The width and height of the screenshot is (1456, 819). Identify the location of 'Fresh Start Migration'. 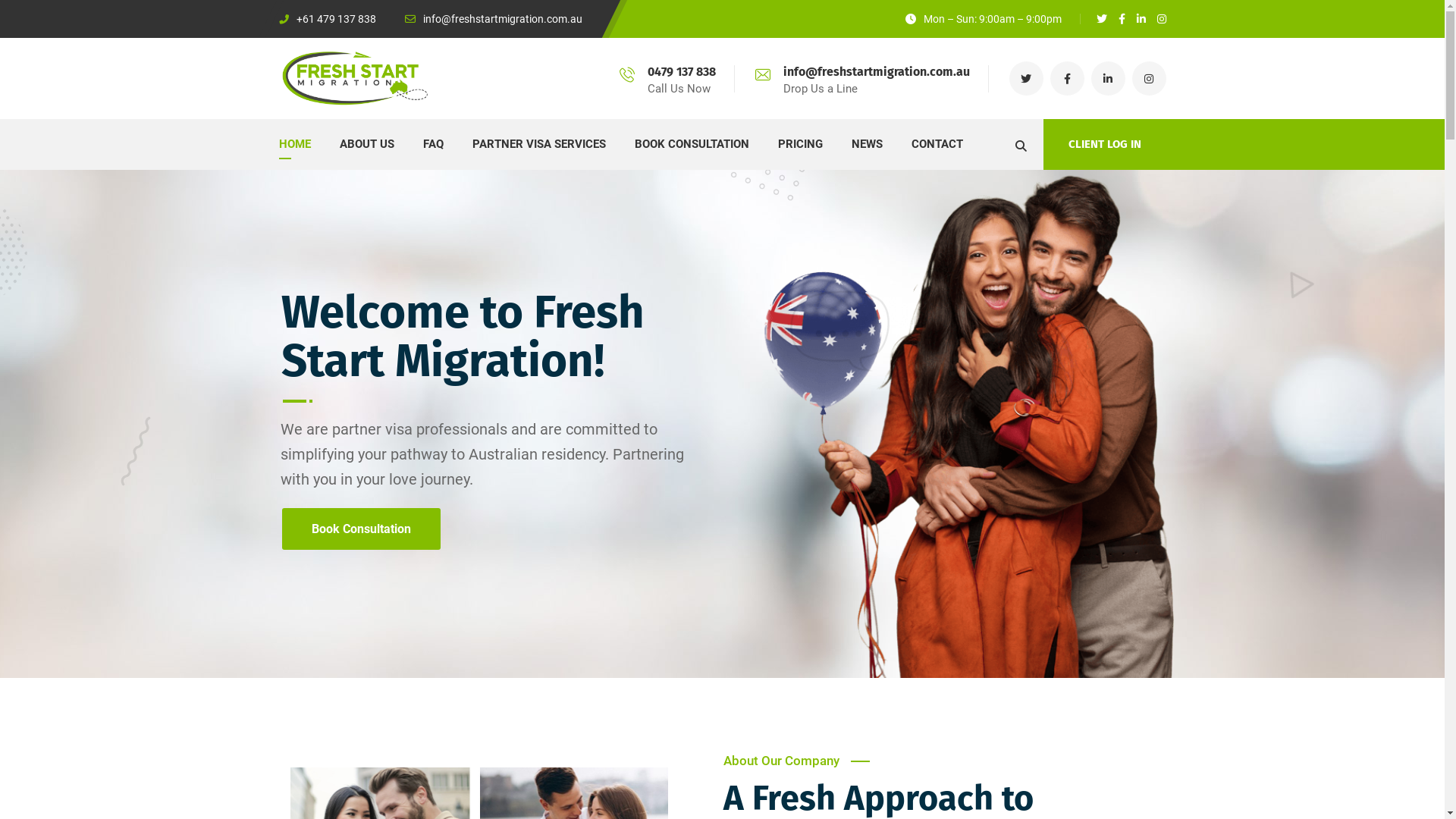
(279, 78).